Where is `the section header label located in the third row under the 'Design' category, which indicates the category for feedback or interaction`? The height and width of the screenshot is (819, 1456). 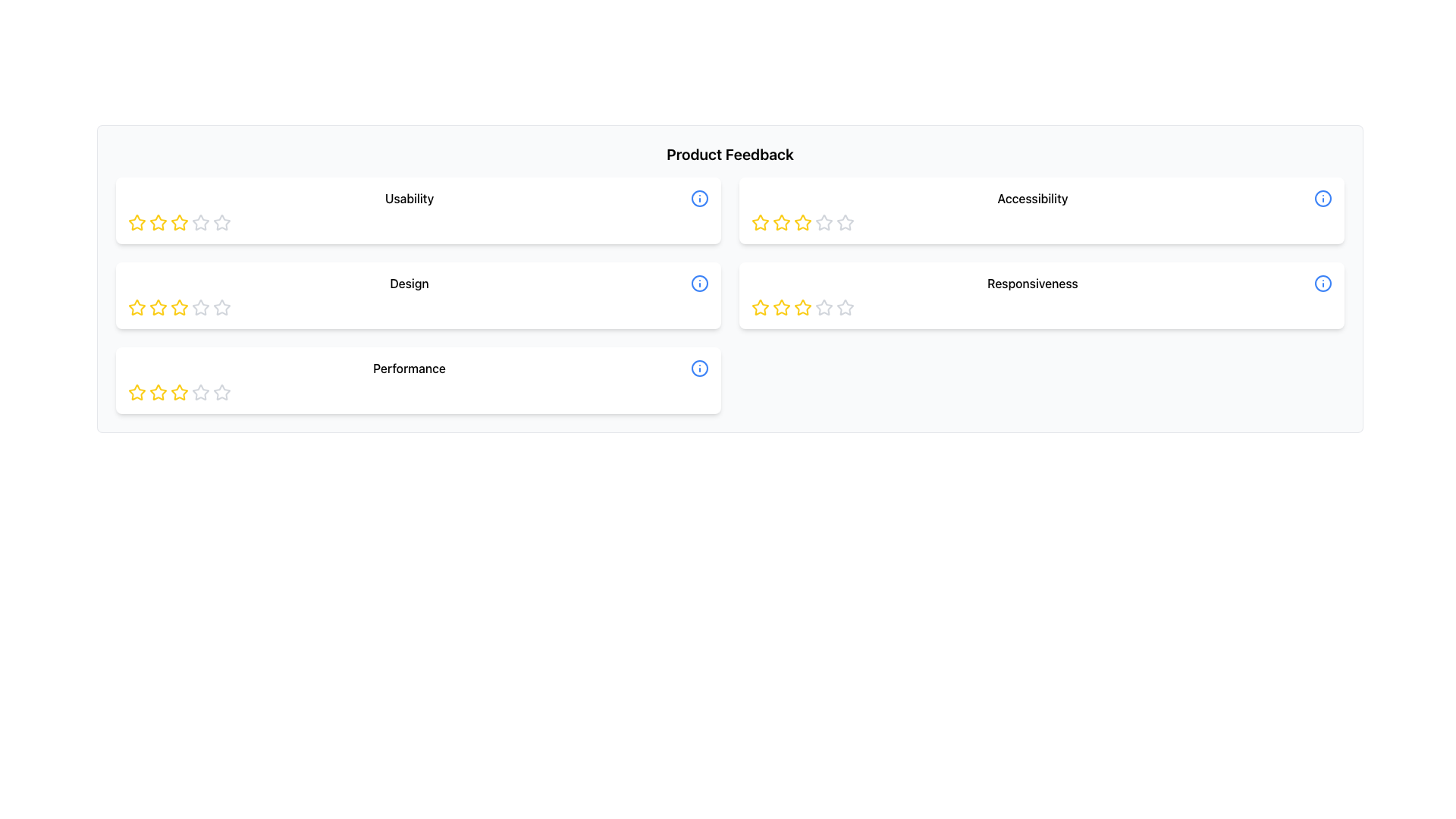
the section header label located in the third row under the 'Design' category, which indicates the category for feedback or interaction is located at coordinates (419, 369).